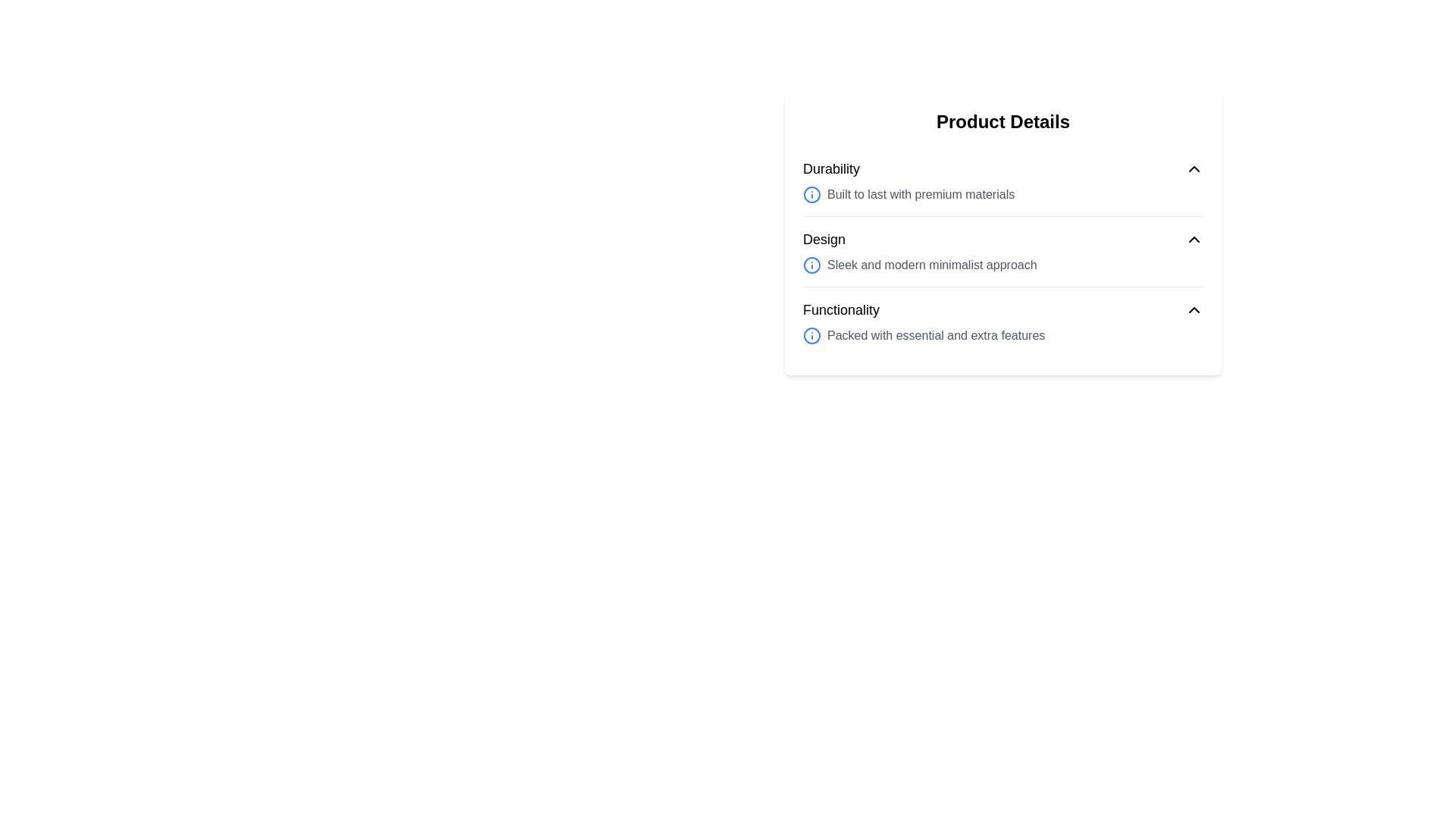  I want to click on the toggle control SVG icon for the 'Durability' section, so click(1193, 169).